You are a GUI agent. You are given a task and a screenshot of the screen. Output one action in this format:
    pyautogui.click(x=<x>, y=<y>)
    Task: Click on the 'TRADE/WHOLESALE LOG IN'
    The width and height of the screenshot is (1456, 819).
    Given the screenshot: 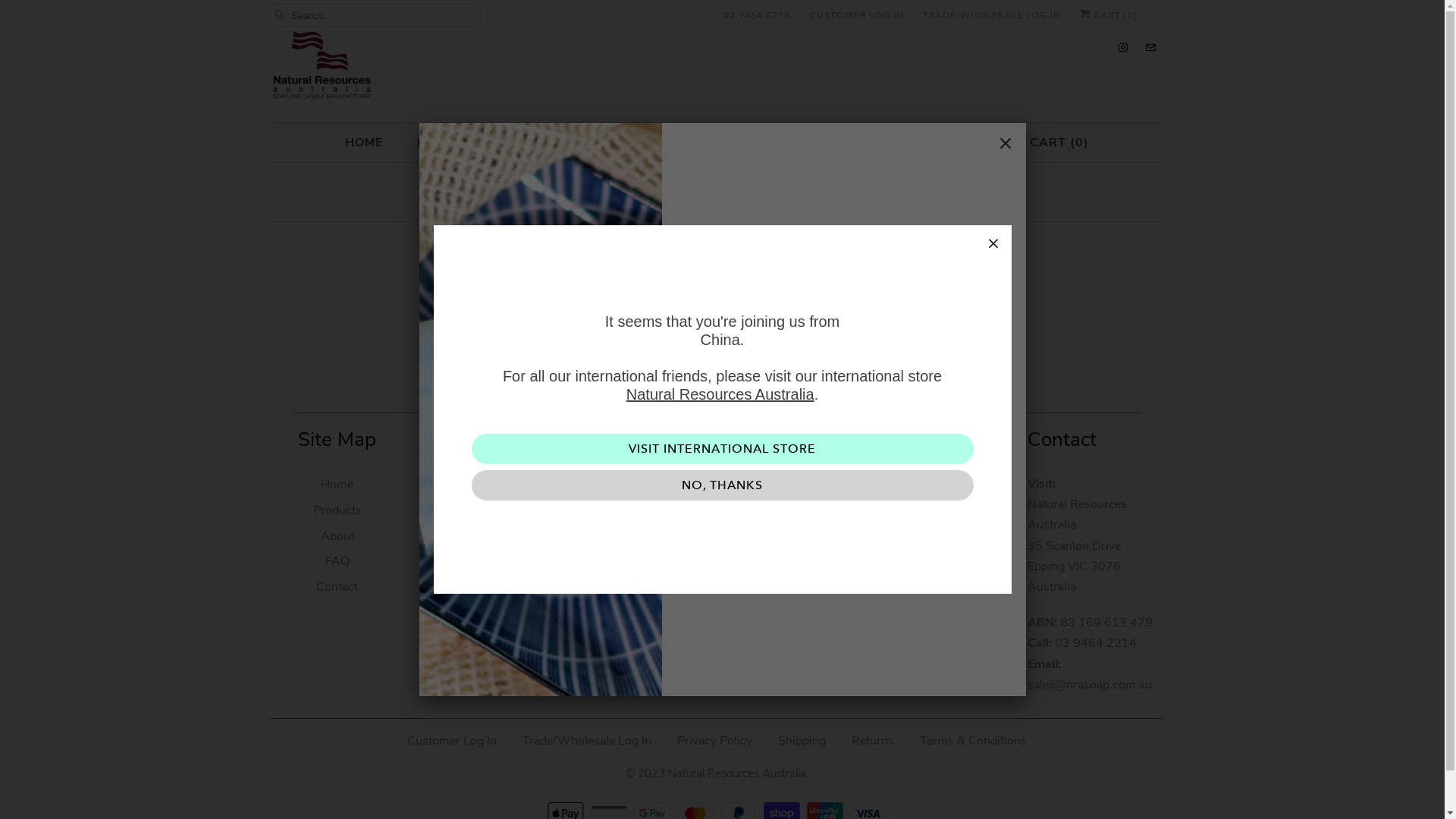 What is the action you would take?
    pyautogui.click(x=992, y=14)
    